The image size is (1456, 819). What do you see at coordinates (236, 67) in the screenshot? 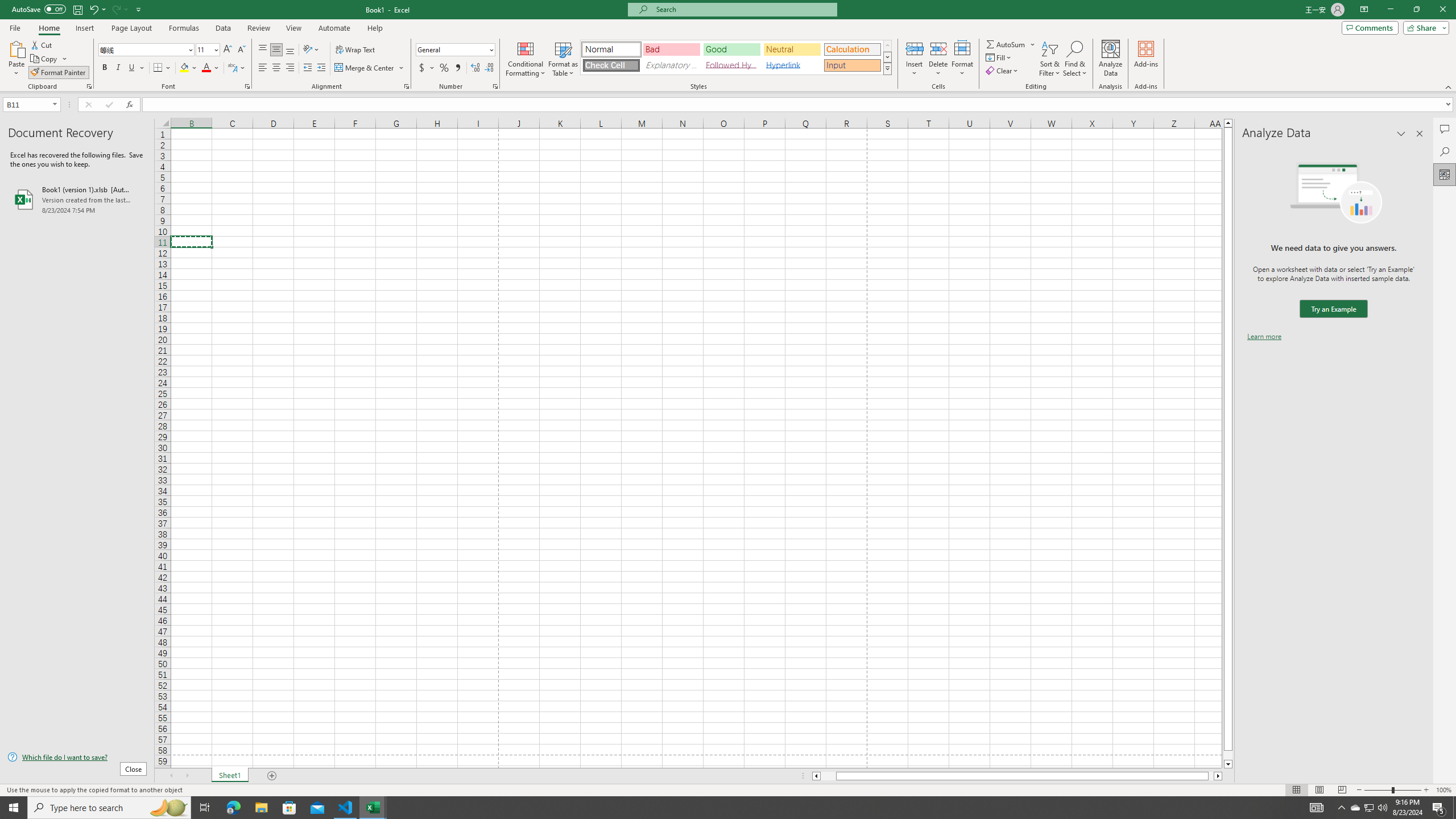
I see `'Show Phonetic Field'` at bounding box center [236, 67].